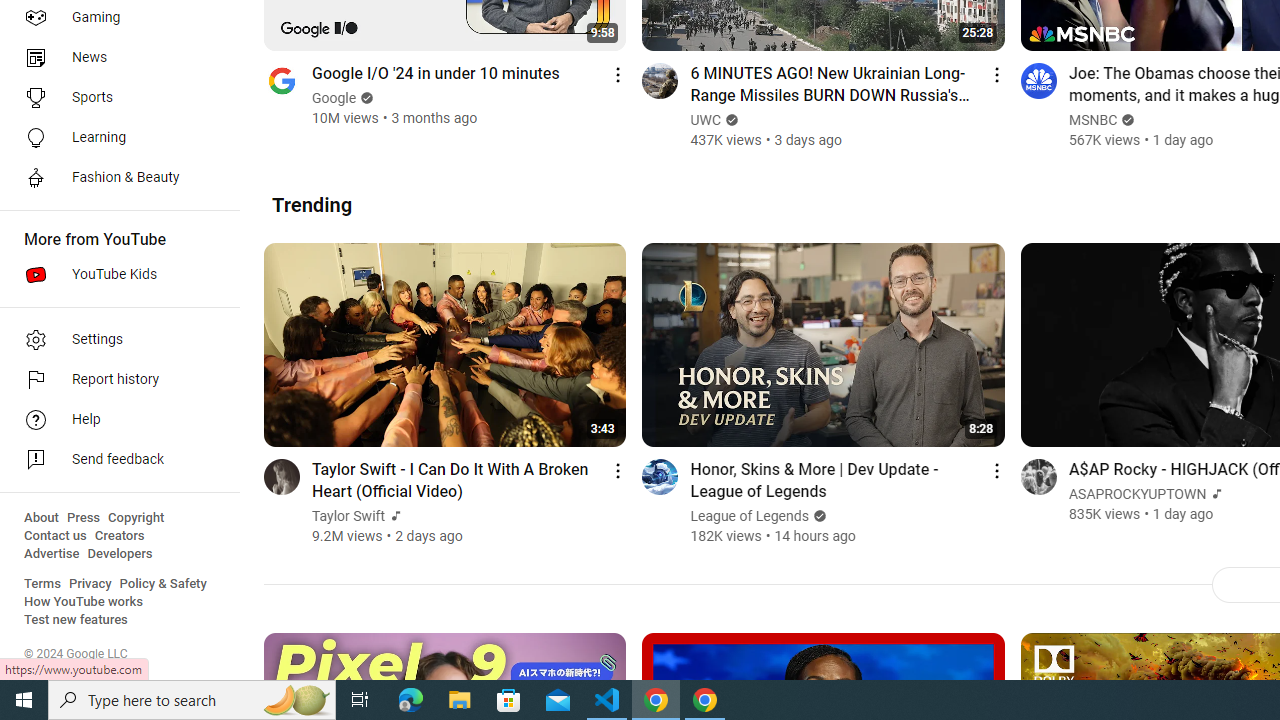 The image size is (1280, 720). What do you see at coordinates (1137, 494) in the screenshot?
I see `'ASAPROCKYUPTOWN'` at bounding box center [1137, 494].